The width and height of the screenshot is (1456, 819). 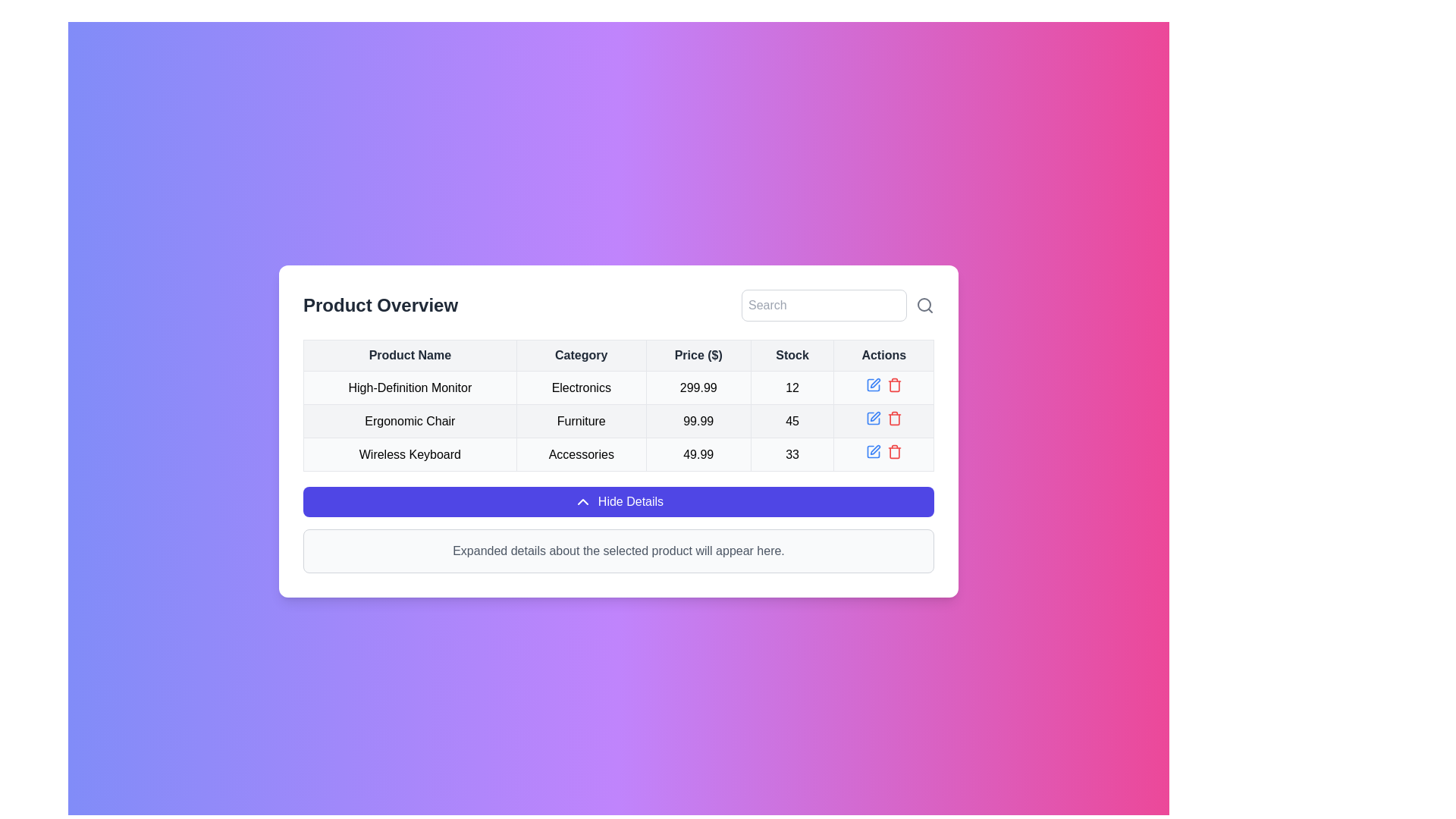 I want to click on price value displayed in bold font within the rectangular box in the 'Price ($)' column of the 'Product Overview' section for the 'Ergonomic Chair', so click(x=698, y=421).